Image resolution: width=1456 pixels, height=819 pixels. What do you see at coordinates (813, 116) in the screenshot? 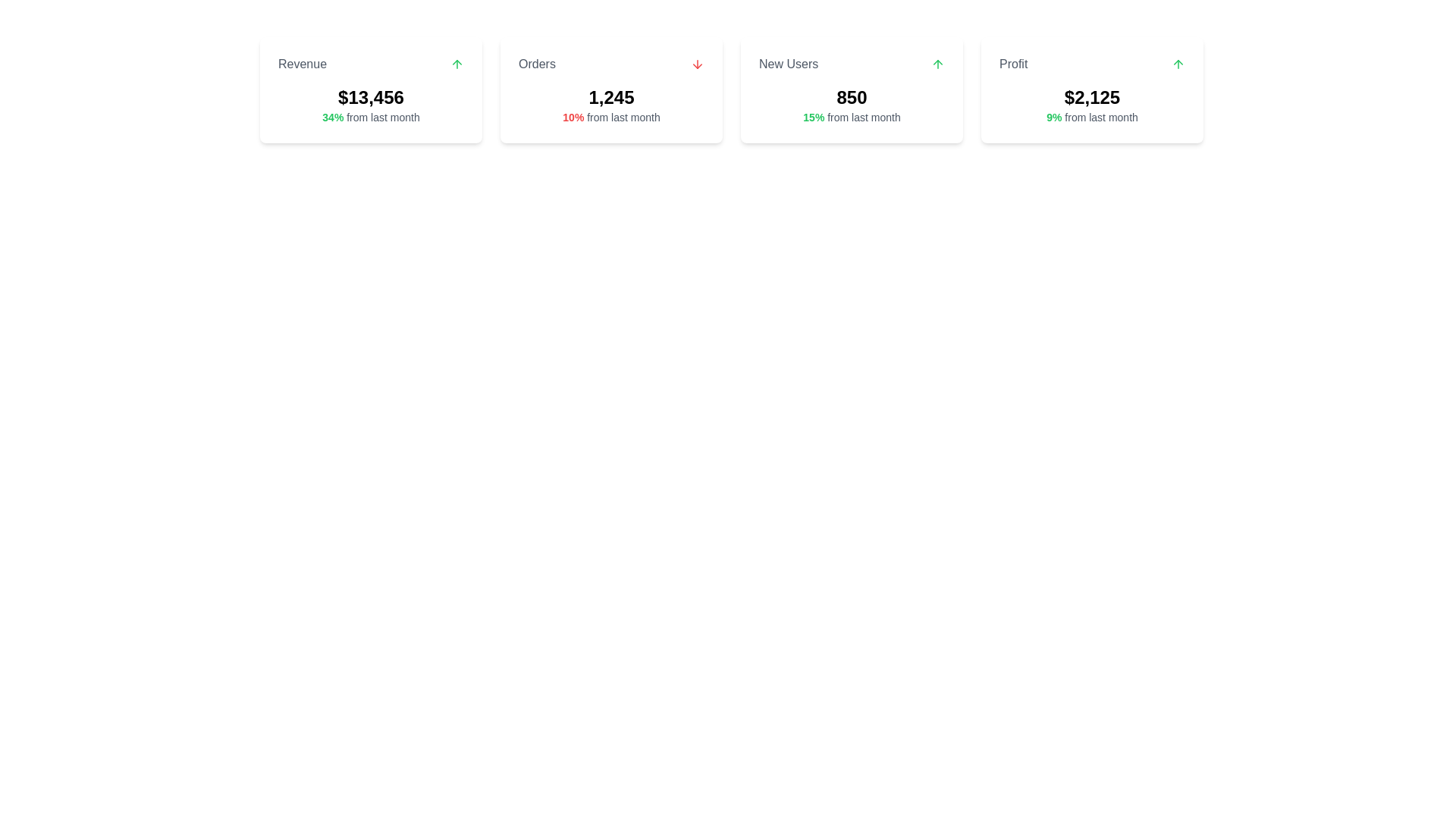
I see `percentage value displayed in the green text label showing '15%' within the 'New Users' card` at bounding box center [813, 116].